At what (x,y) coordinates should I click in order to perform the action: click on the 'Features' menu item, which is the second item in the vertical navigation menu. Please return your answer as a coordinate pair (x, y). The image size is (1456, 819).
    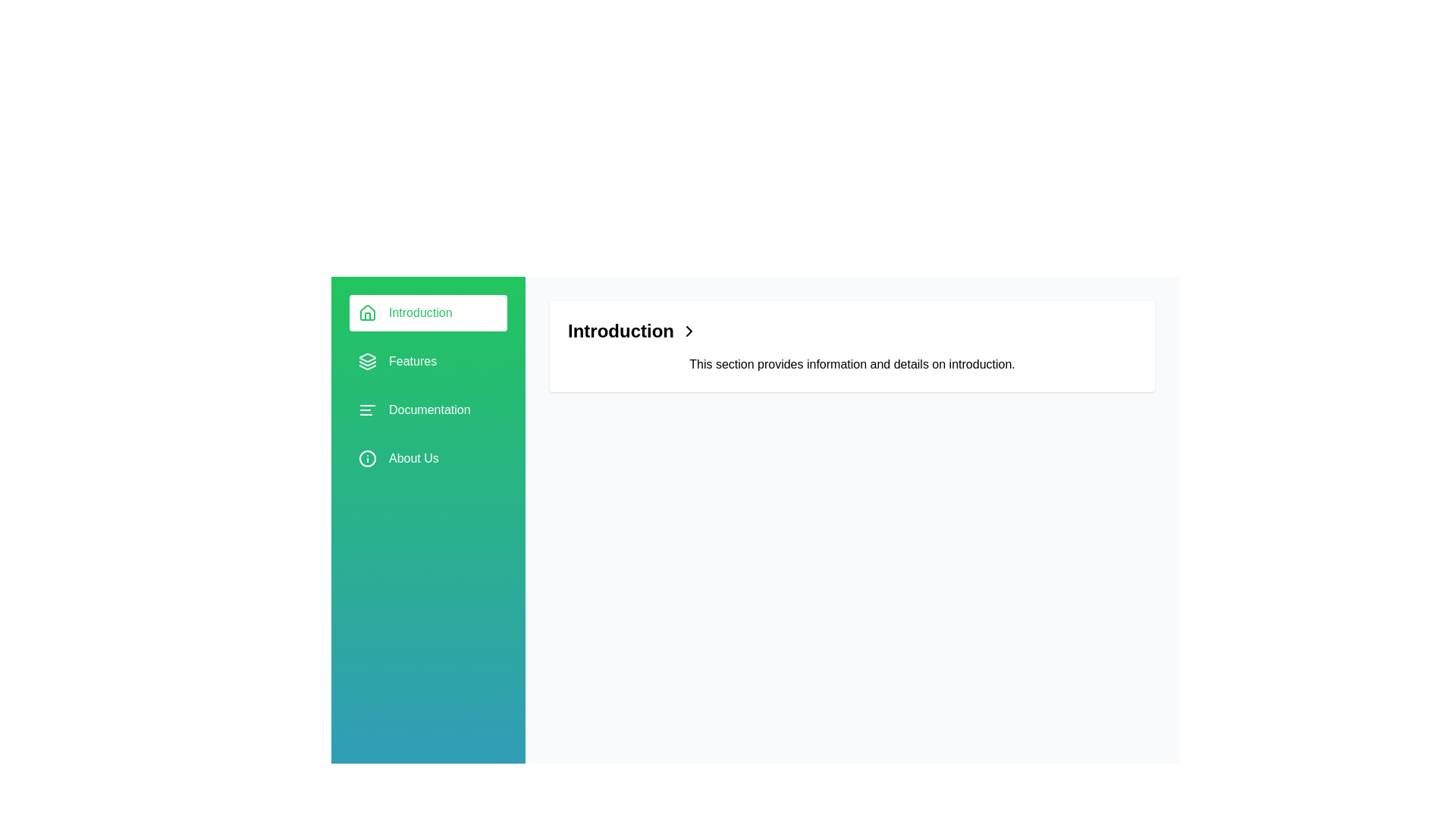
    Looking at the image, I should click on (428, 362).